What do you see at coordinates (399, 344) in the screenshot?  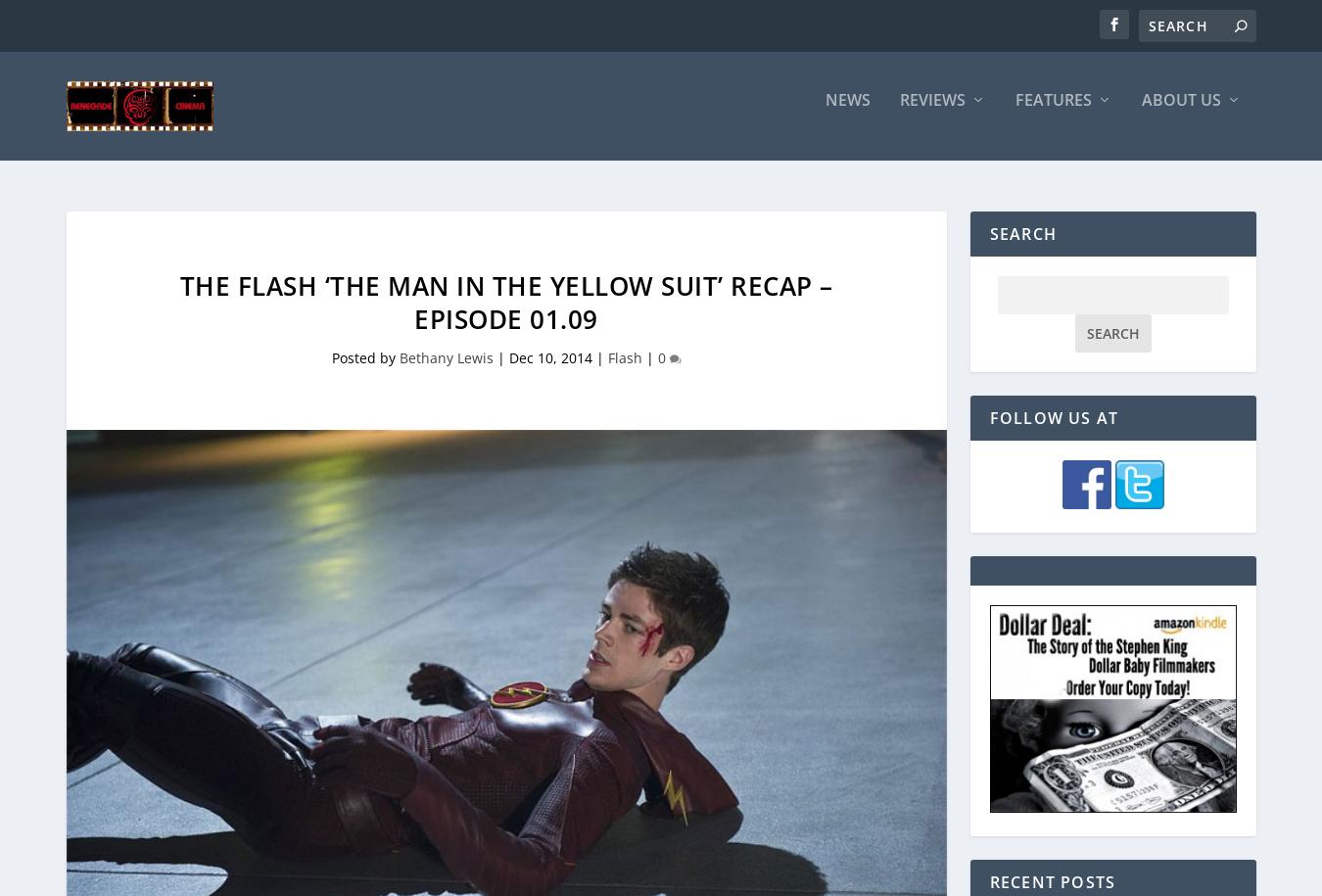 I see `'Bethany Lewis'` at bounding box center [399, 344].